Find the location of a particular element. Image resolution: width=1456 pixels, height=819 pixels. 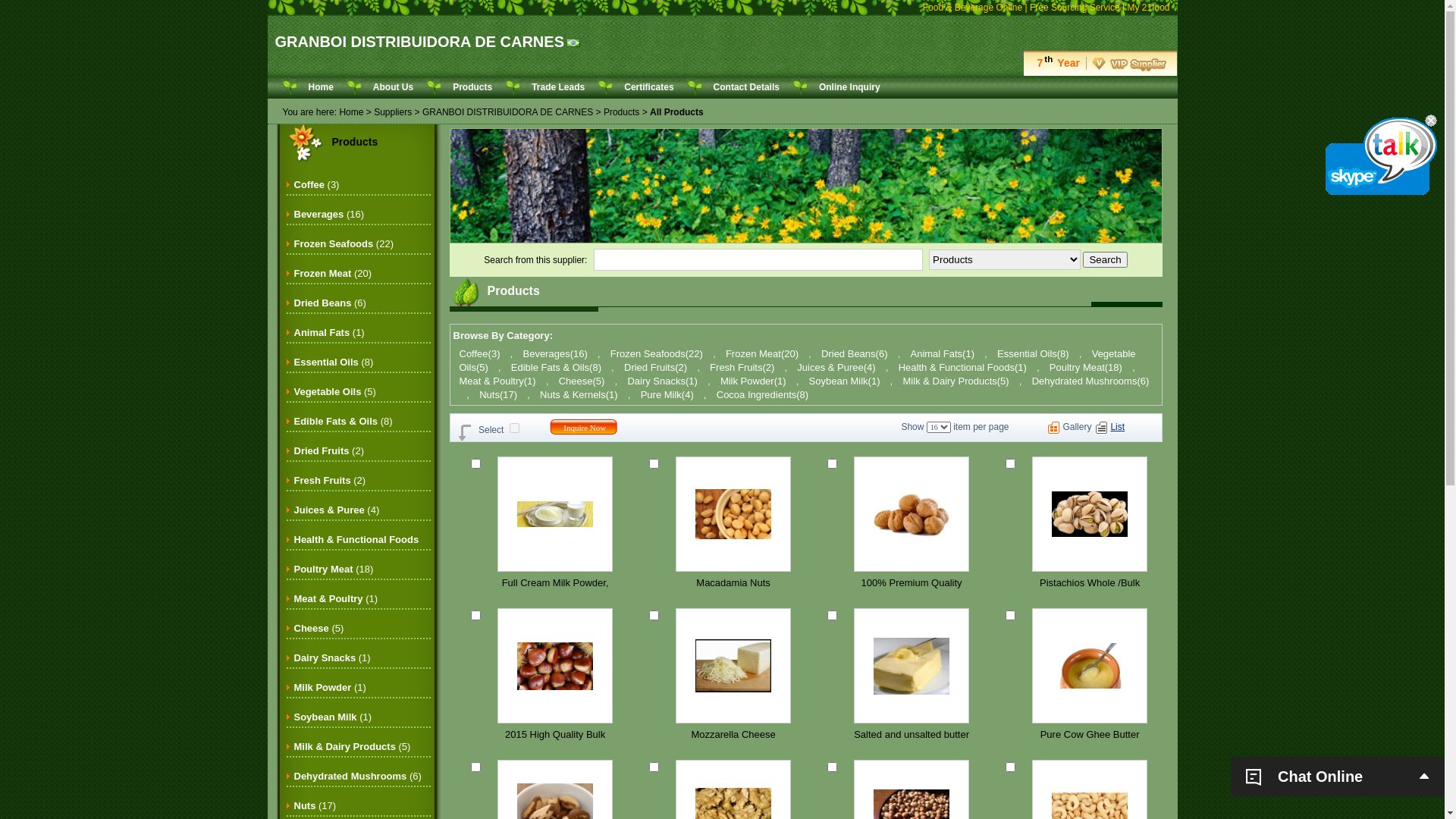

'Contact Details' is located at coordinates (746, 87).